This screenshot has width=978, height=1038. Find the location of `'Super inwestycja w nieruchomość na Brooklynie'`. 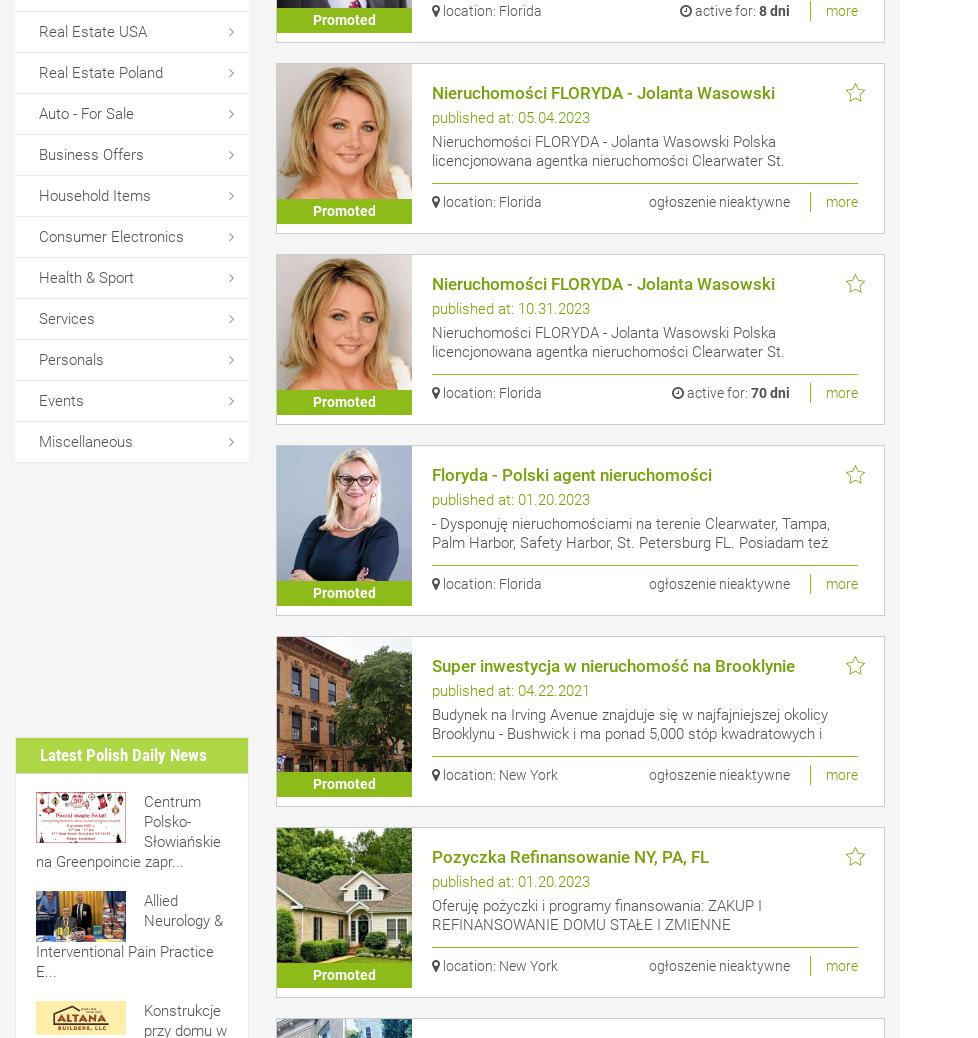

'Super inwestycja w nieruchomość na Brooklynie' is located at coordinates (612, 664).